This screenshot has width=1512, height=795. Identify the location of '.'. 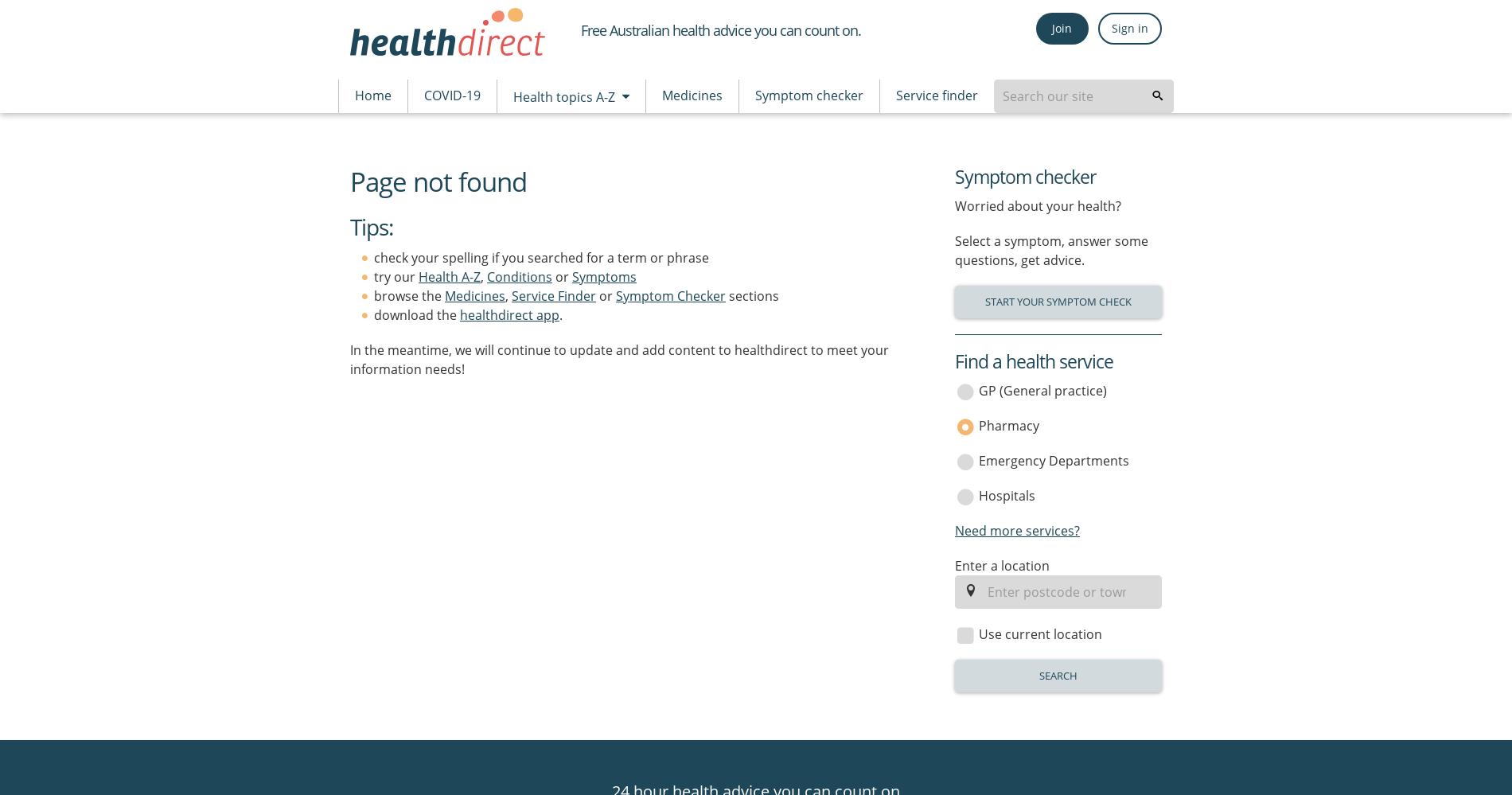
(561, 314).